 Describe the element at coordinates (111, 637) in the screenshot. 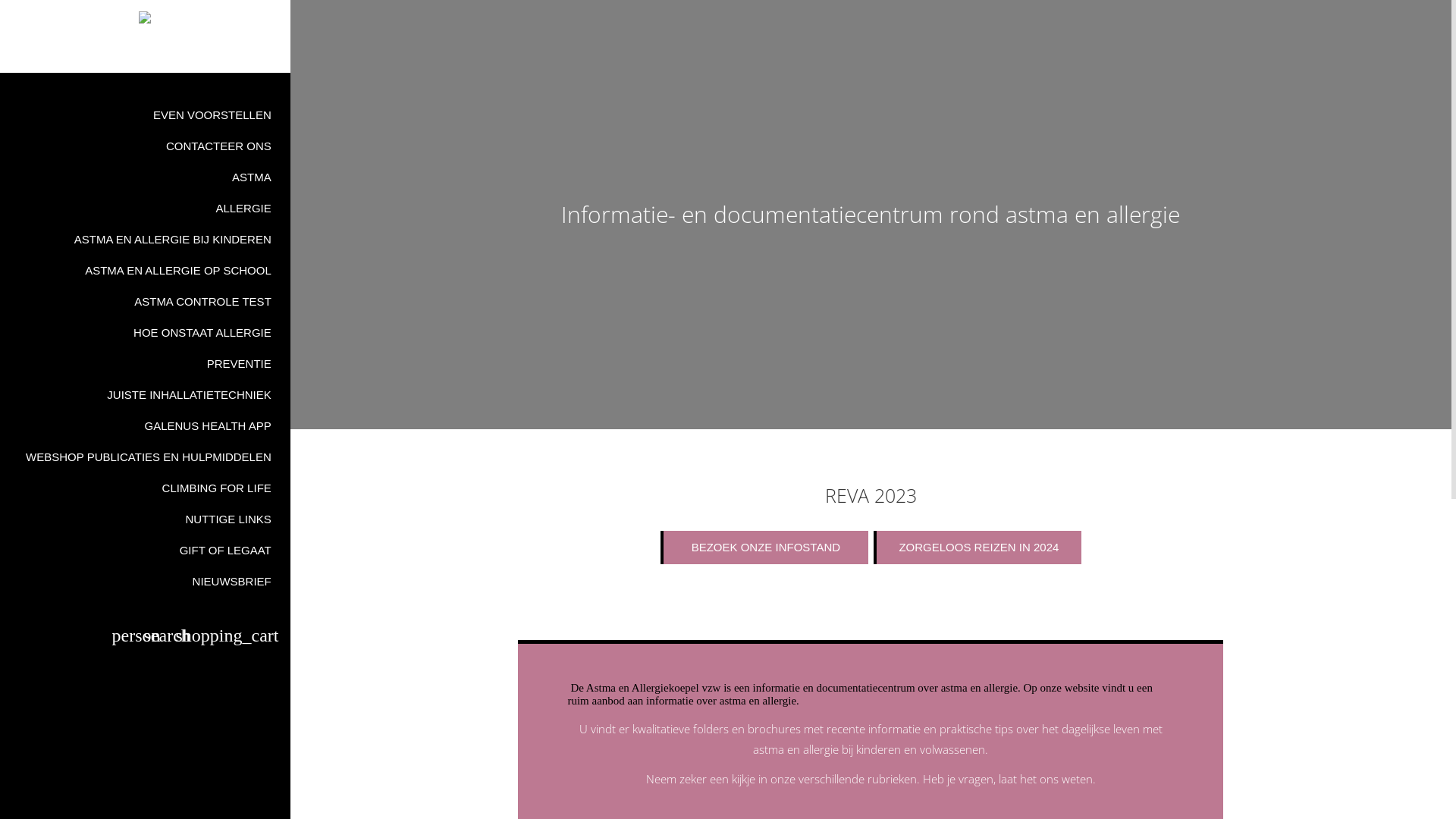

I see `'person'` at that location.